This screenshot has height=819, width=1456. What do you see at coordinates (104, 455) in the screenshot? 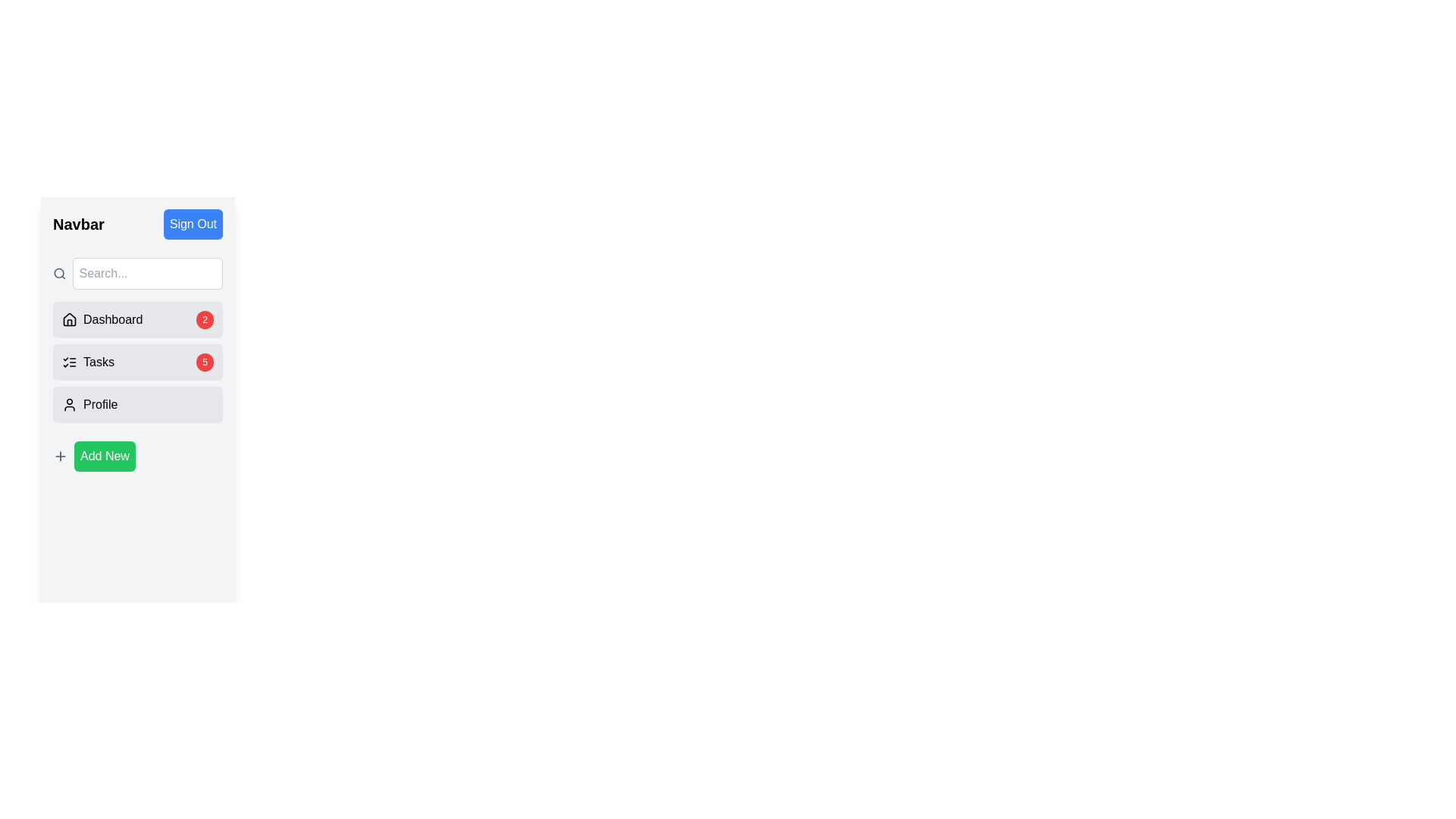
I see `the green 'Add New' button with rounded corners located at the bottom of the vertical menu bar on the left side of the interface` at bounding box center [104, 455].